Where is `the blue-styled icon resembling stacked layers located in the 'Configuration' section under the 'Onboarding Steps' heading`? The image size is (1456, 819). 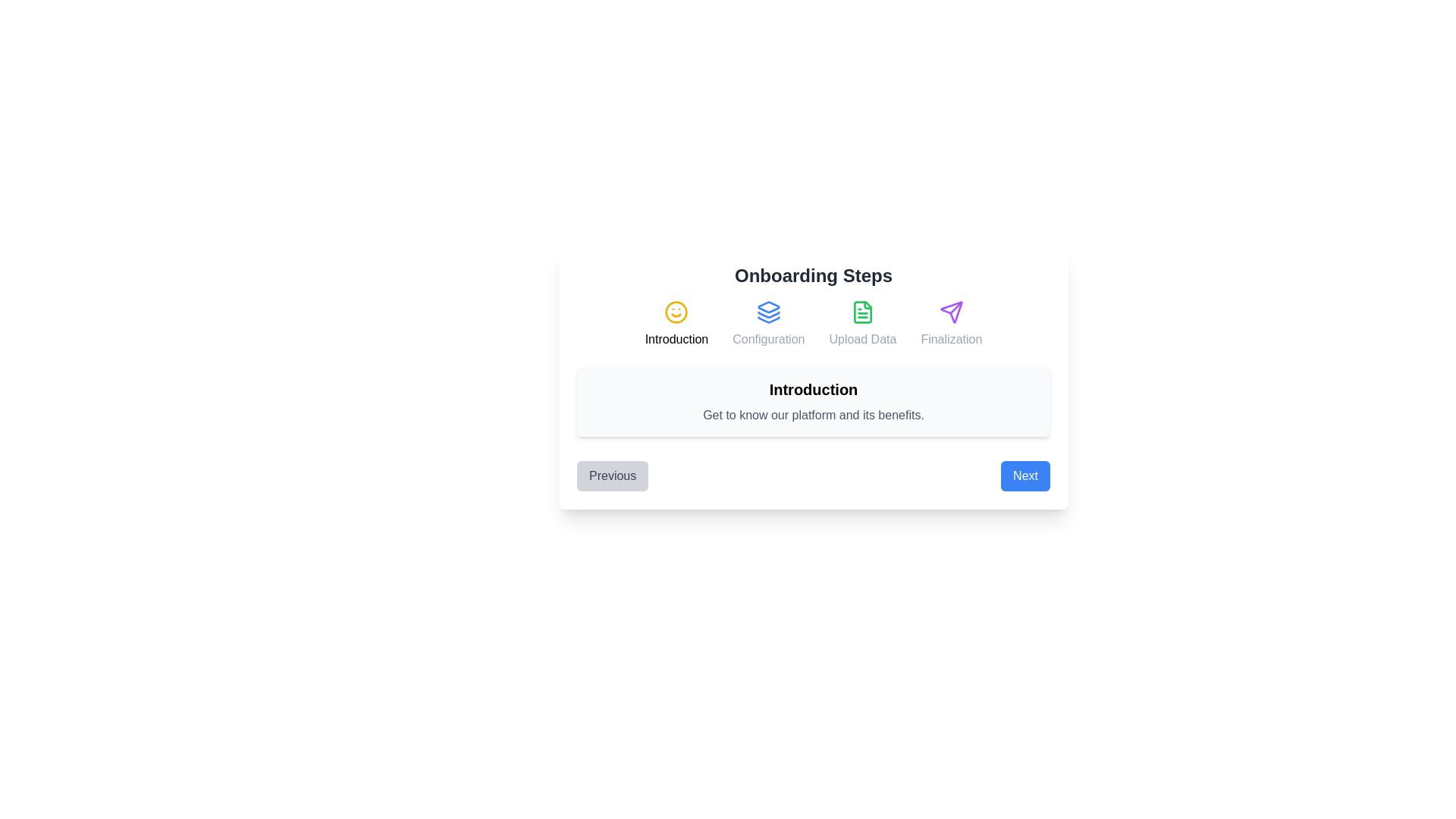 the blue-styled icon resembling stacked layers located in the 'Configuration' section under the 'Onboarding Steps' heading is located at coordinates (768, 312).